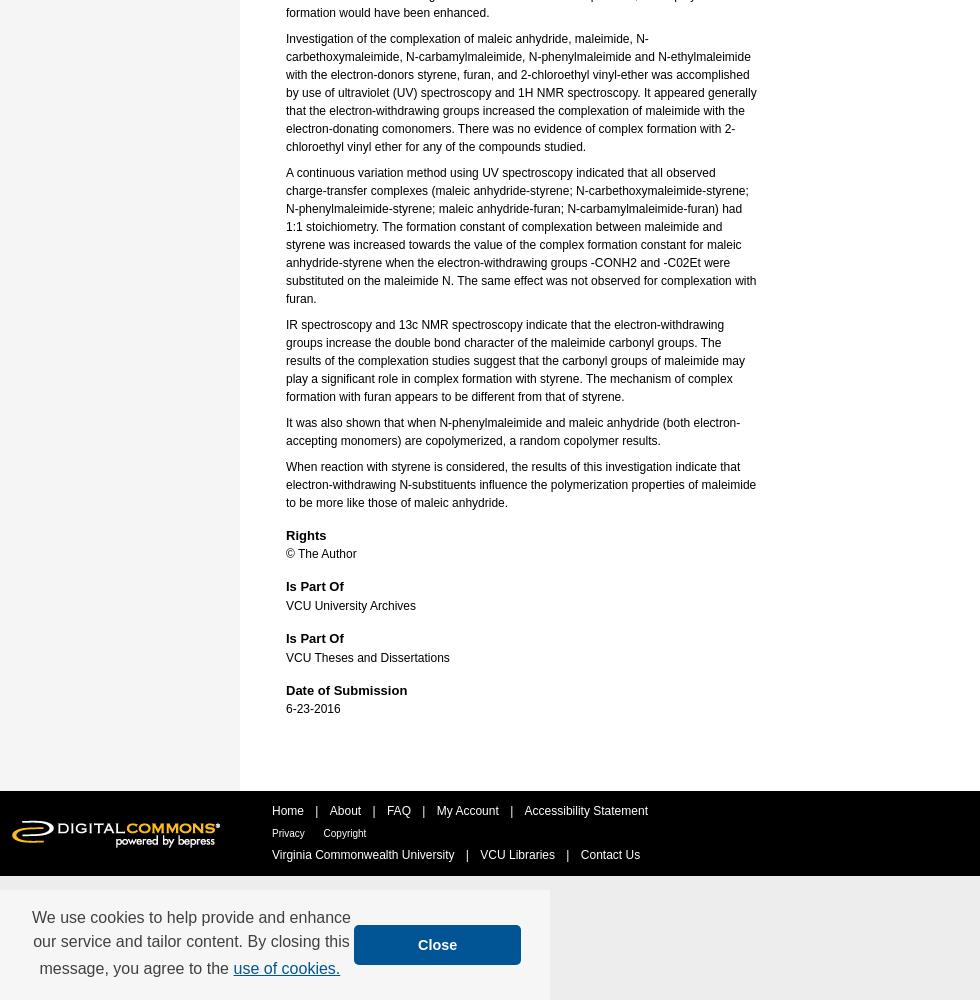 The height and width of the screenshot is (1000, 980). I want to click on 'It was also shown that when N-phenylmaleimide and maleic anhydride (both electron-accepting monomers) are copolymerized, a random copolymer results.', so click(513, 431).